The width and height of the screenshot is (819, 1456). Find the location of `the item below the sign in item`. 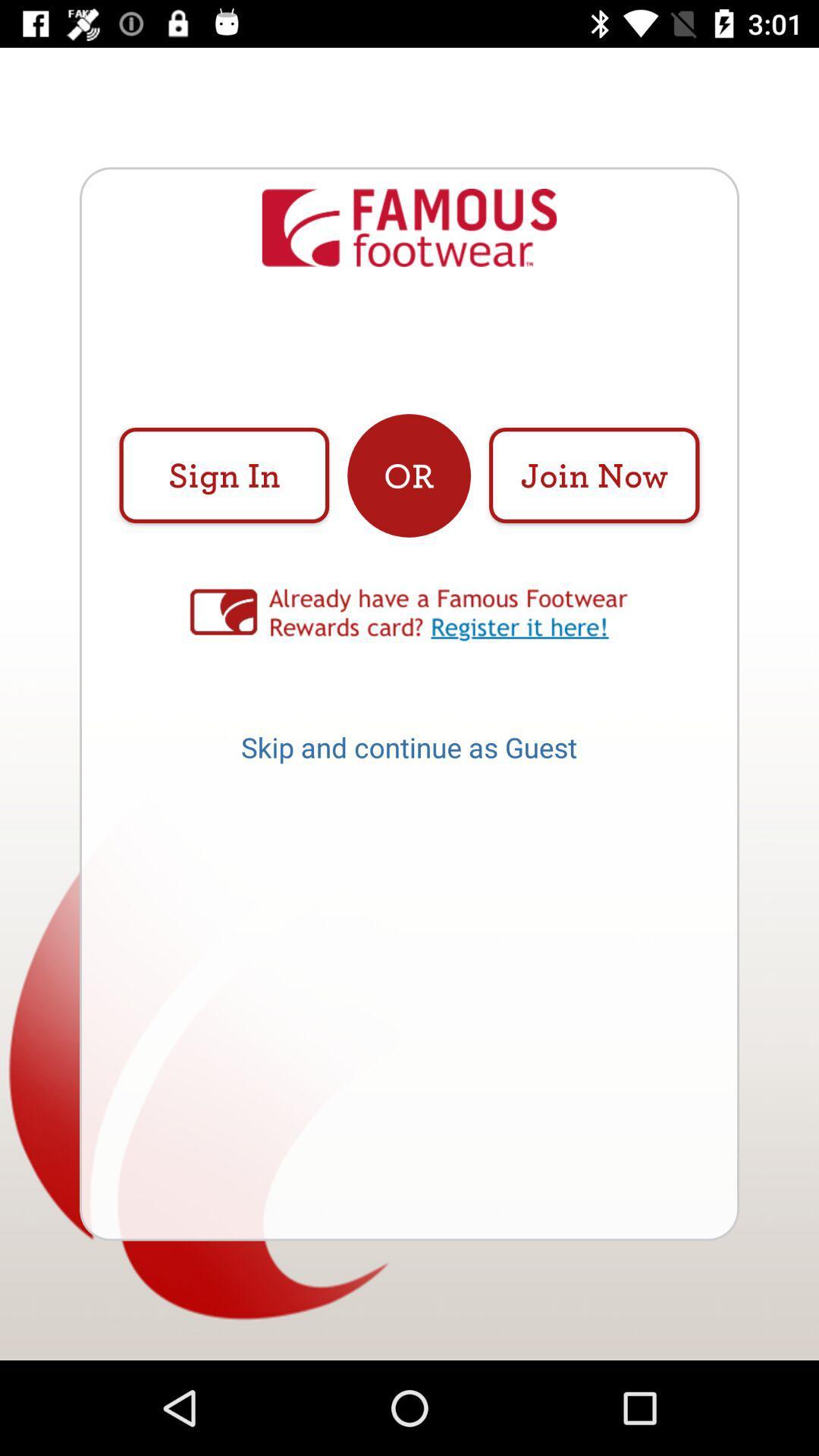

the item below the sign in item is located at coordinates (409, 615).